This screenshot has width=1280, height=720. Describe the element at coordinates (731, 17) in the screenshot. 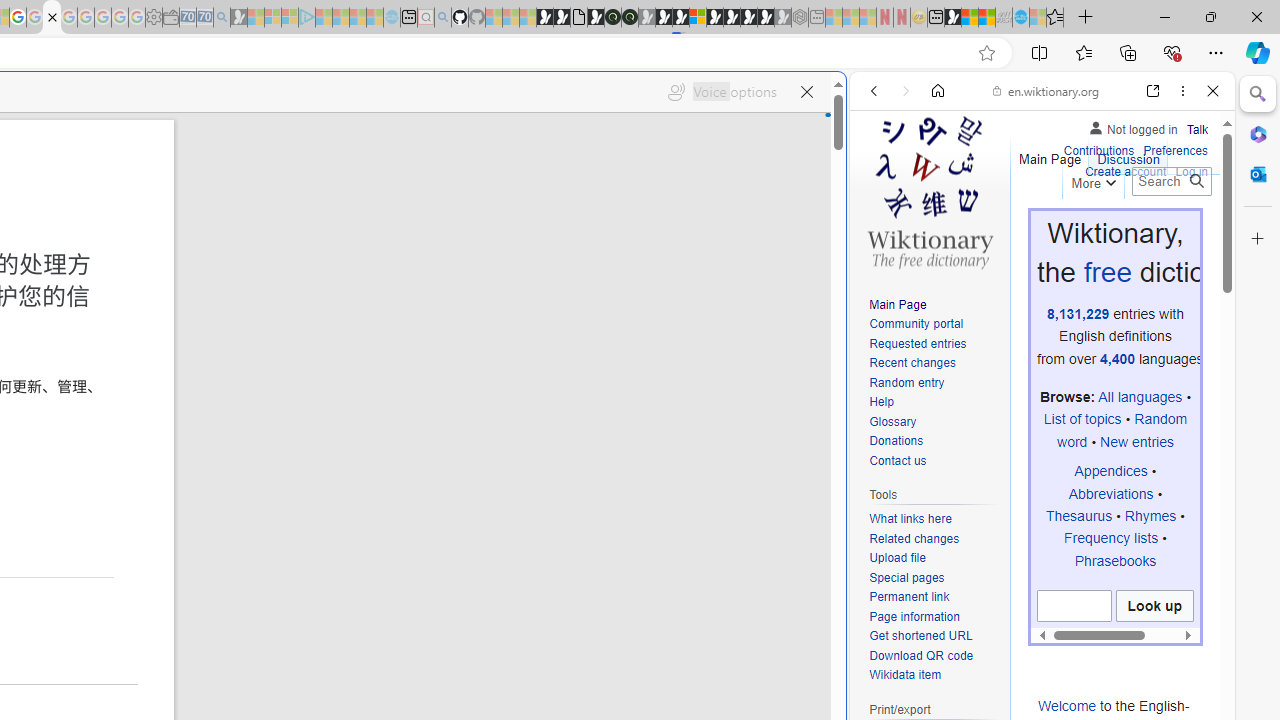

I see `'Play Free Online Games | Games from Microsoft Start'` at that location.